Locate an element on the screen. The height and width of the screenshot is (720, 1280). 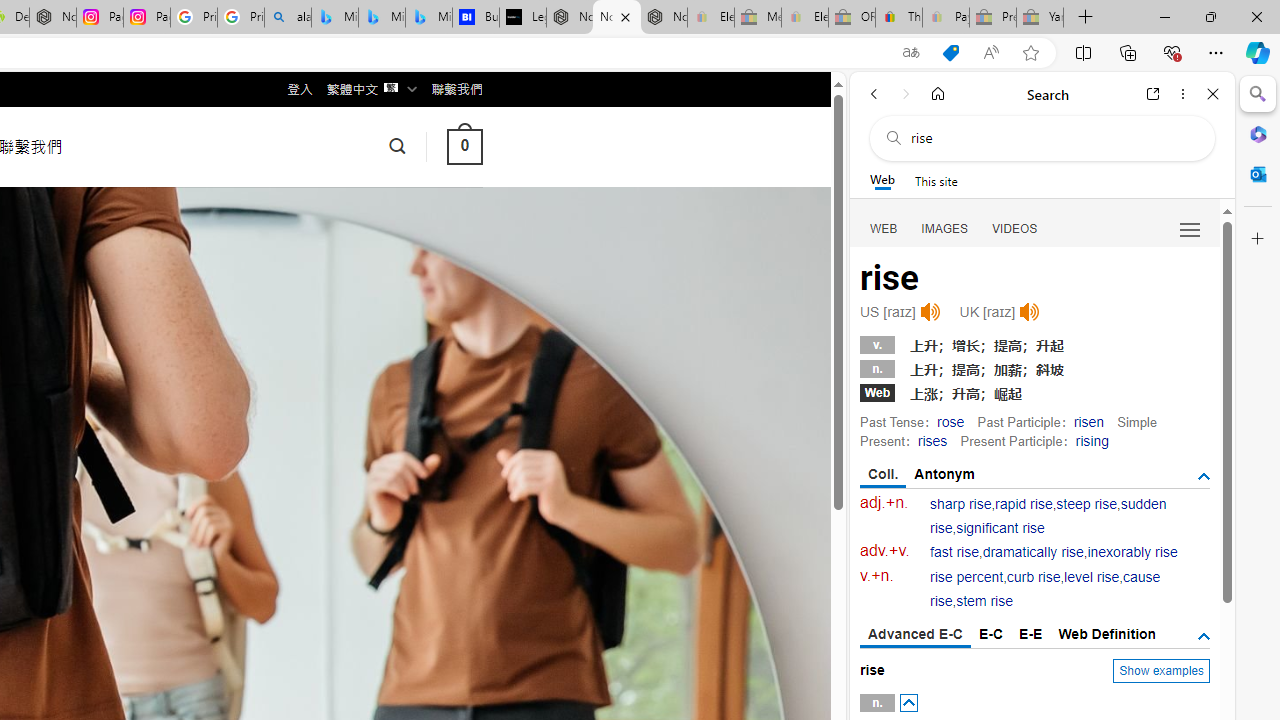
'sudden rise' is located at coordinates (1047, 515).